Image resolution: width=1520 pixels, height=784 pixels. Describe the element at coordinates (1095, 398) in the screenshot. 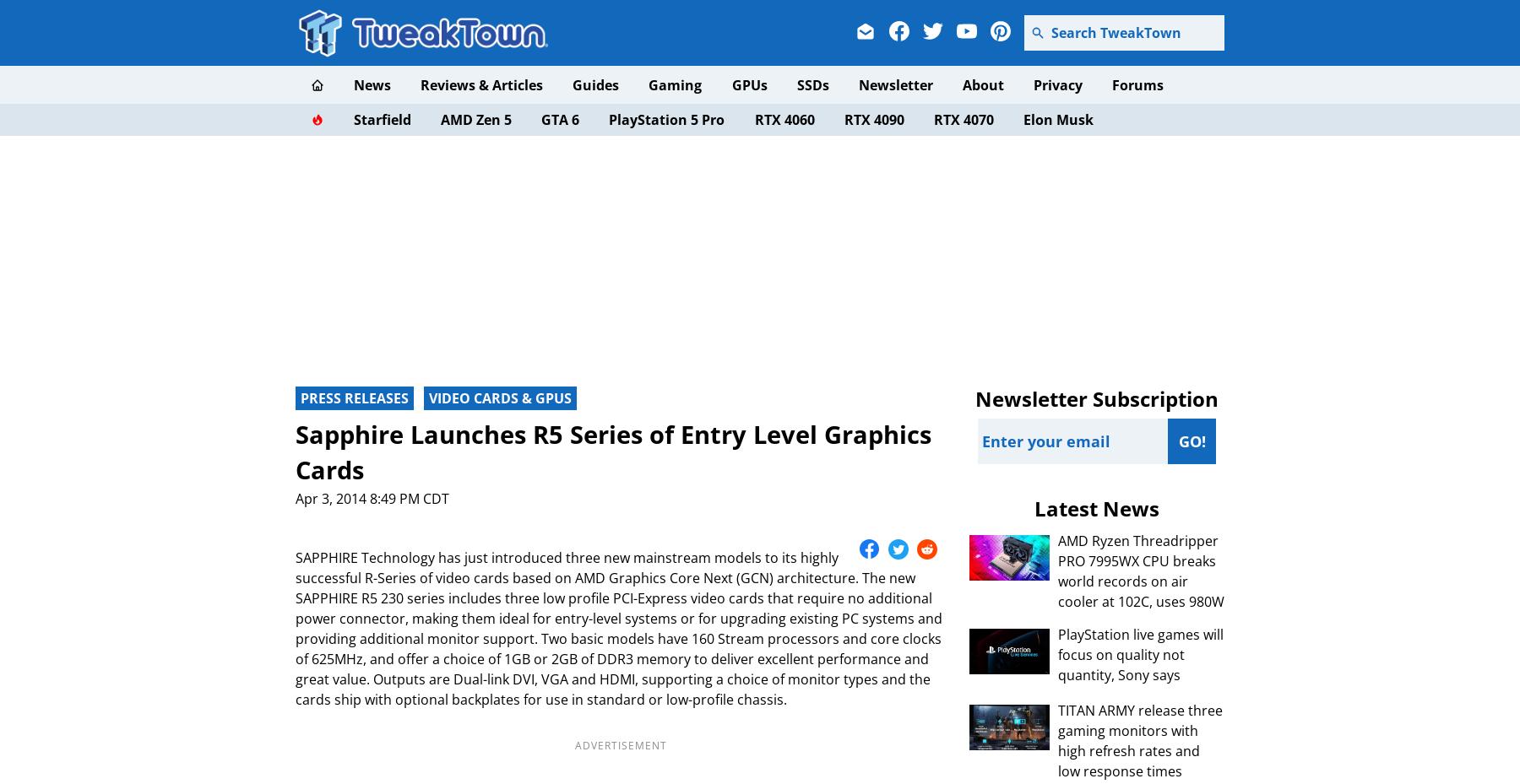

I see `'Newsletter Subscription'` at that location.